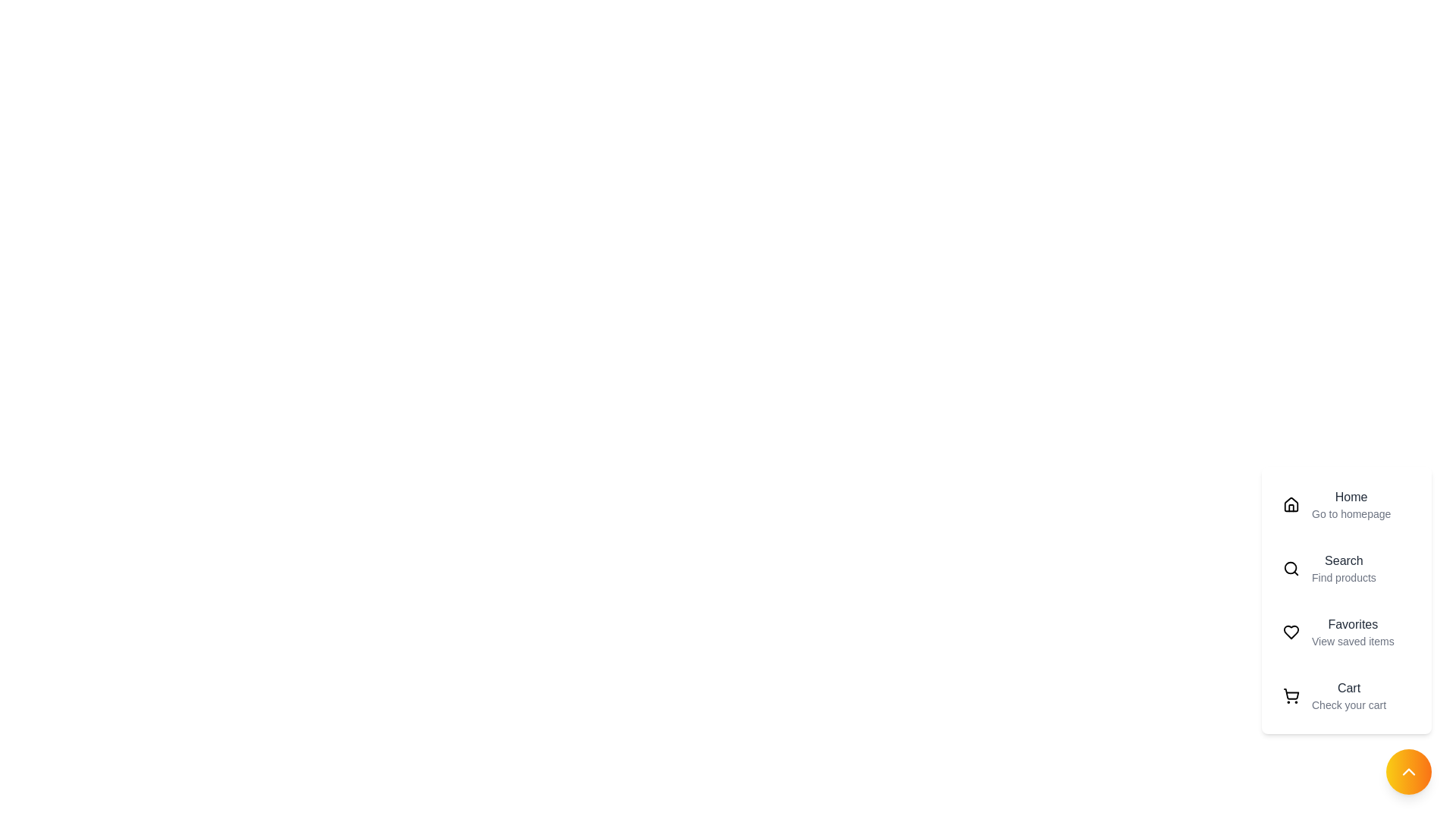 The image size is (1456, 819). What do you see at coordinates (1347, 696) in the screenshot?
I see `the menu item labeled Cart to preview its details` at bounding box center [1347, 696].